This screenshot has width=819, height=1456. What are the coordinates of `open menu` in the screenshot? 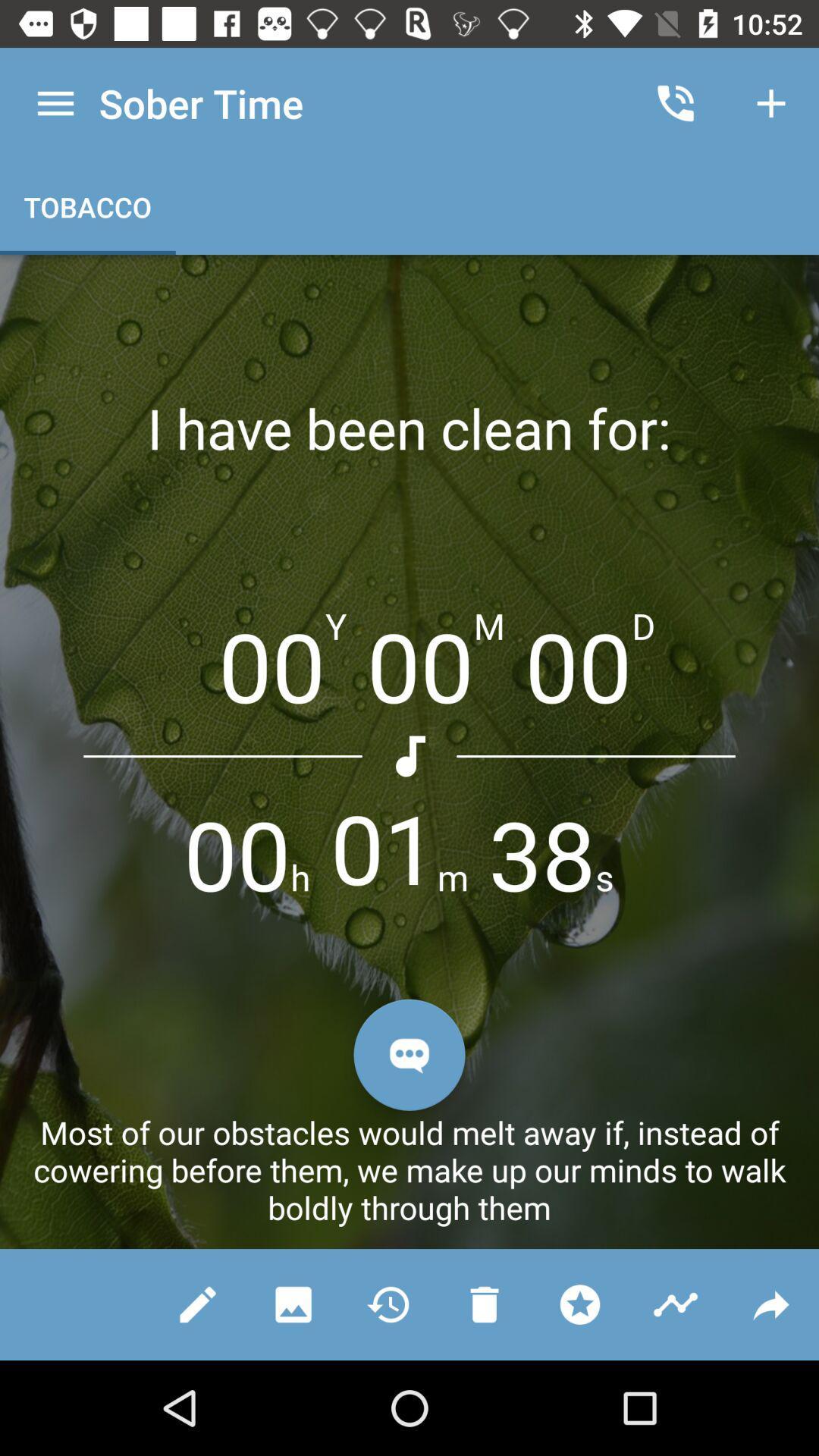 It's located at (55, 102).